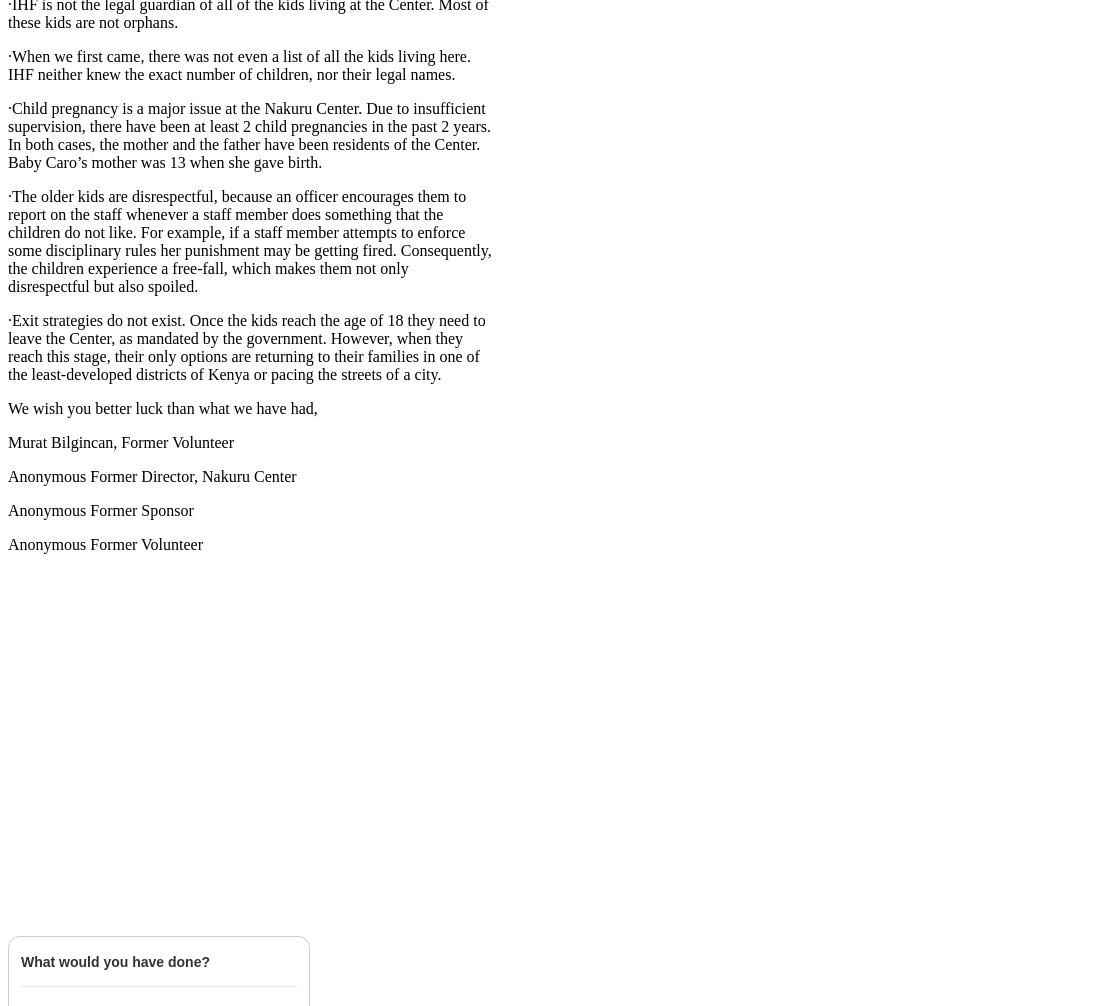 Image resolution: width=1110 pixels, height=1006 pixels. Describe the element at coordinates (115, 960) in the screenshot. I see `'What would you have done?'` at that location.